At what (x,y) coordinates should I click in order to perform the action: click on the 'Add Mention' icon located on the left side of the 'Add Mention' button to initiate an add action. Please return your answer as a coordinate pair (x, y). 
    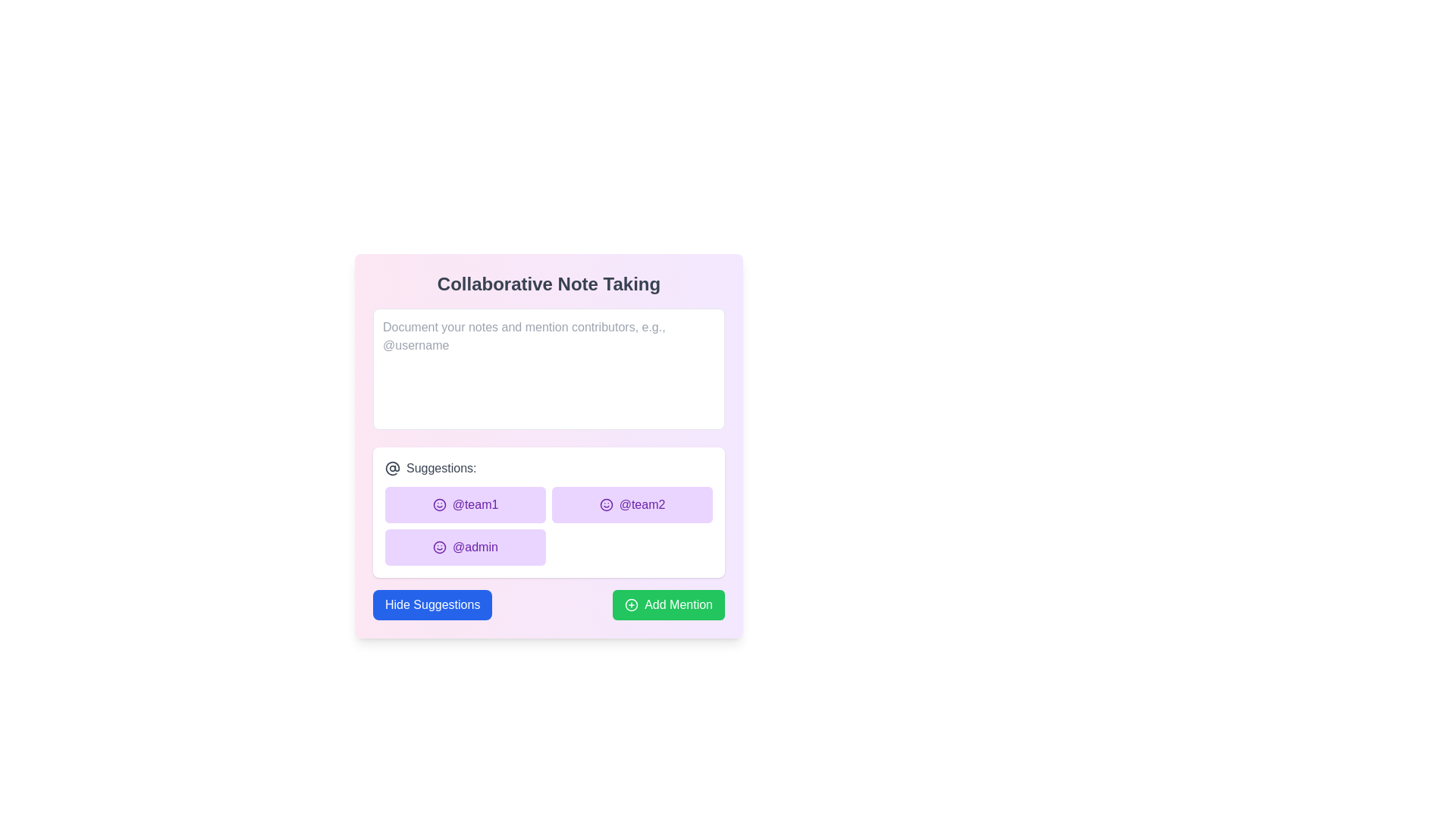
    Looking at the image, I should click on (632, 604).